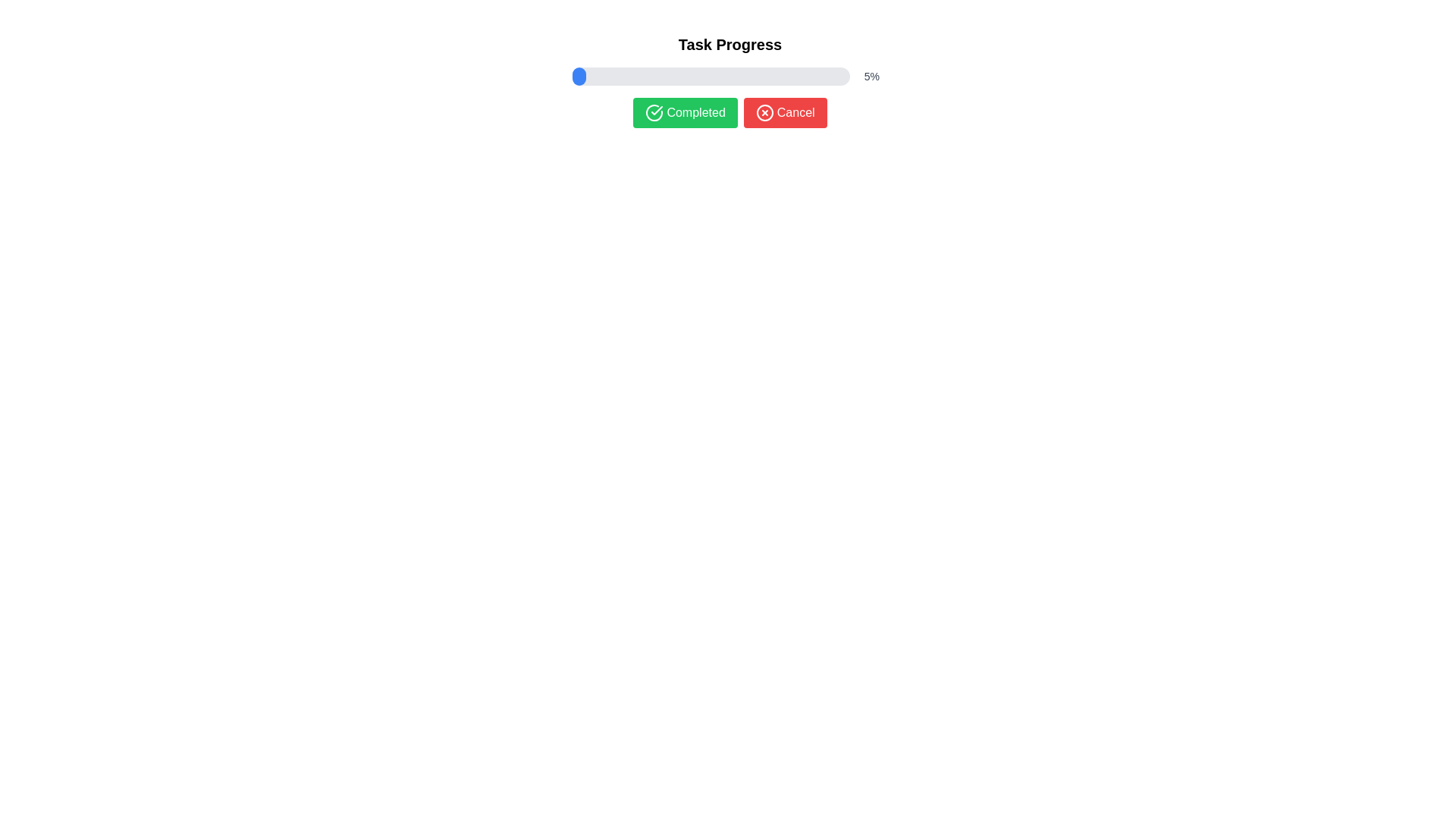  What do you see at coordinates (730, 43) in the screenshot?
I see `the bold and centered text reading 'Task Progress' at the top of the panel` at bounding box center [730, 43].